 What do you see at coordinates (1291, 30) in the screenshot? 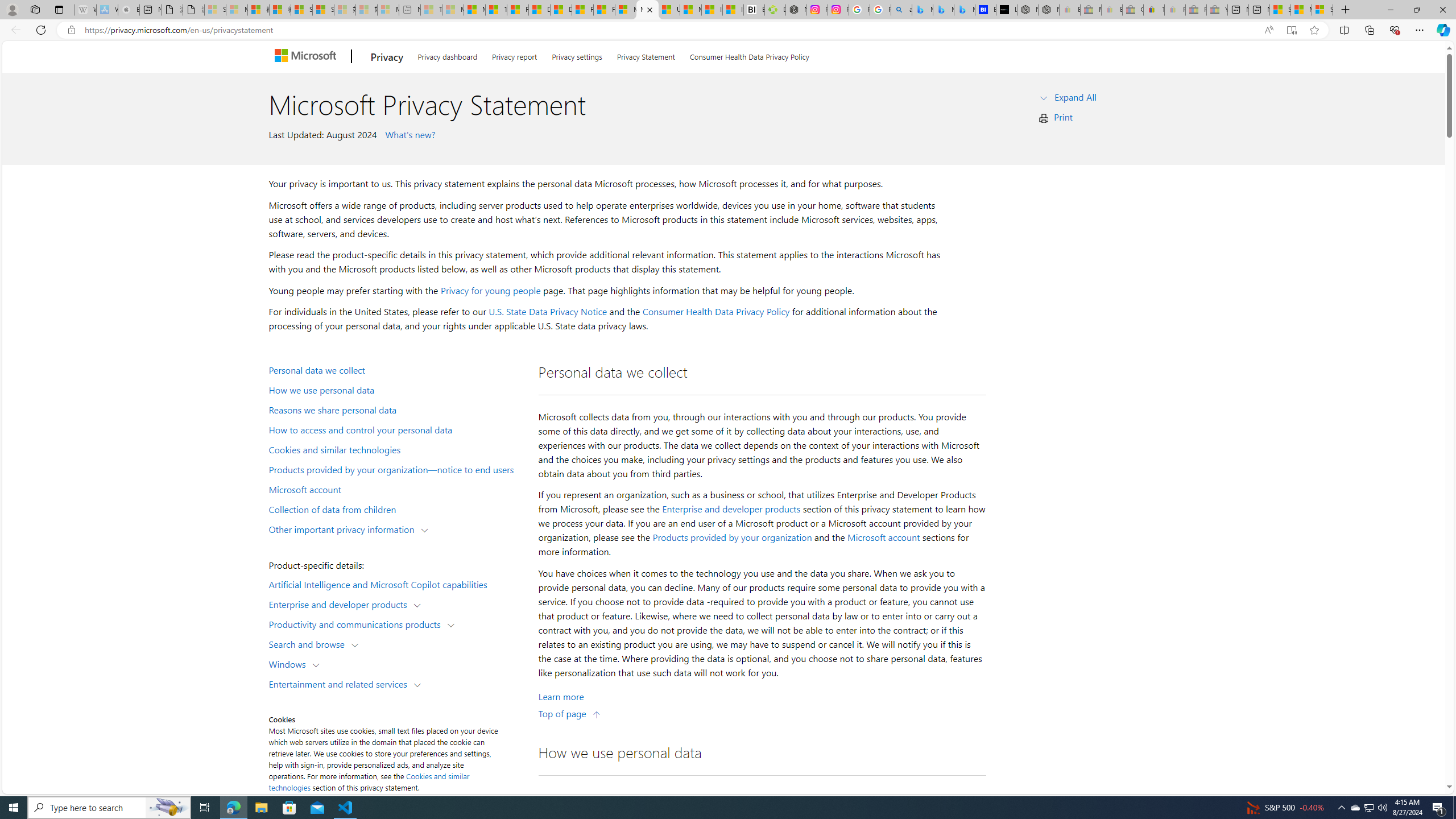
I see `'Enter Immersive Reader (F9)'` at bounding box center [1291, 30].